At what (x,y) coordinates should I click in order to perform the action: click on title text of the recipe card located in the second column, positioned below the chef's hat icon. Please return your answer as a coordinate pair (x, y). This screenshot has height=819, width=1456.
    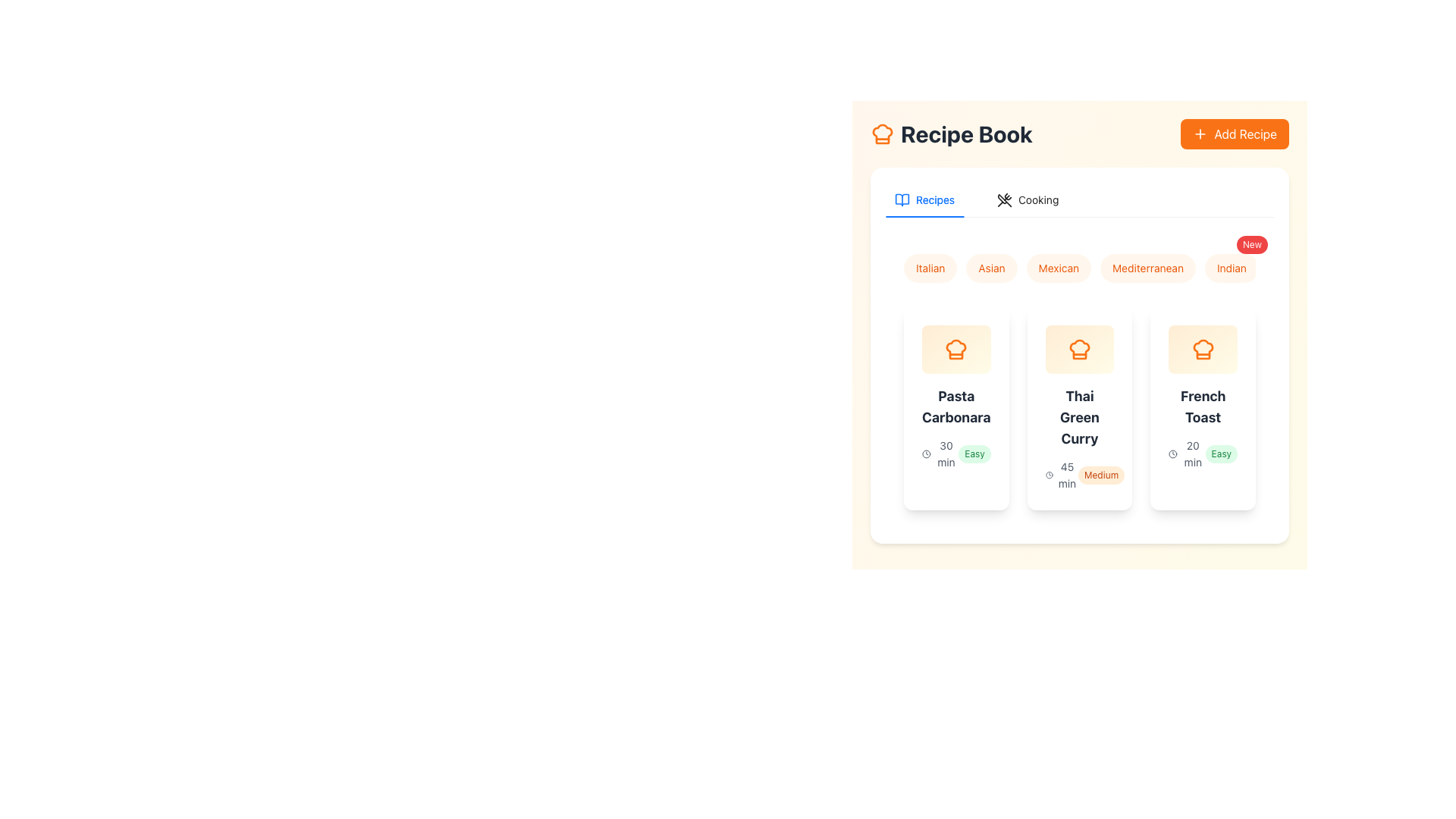
    Looking at the image, I should click on (1079, 418).